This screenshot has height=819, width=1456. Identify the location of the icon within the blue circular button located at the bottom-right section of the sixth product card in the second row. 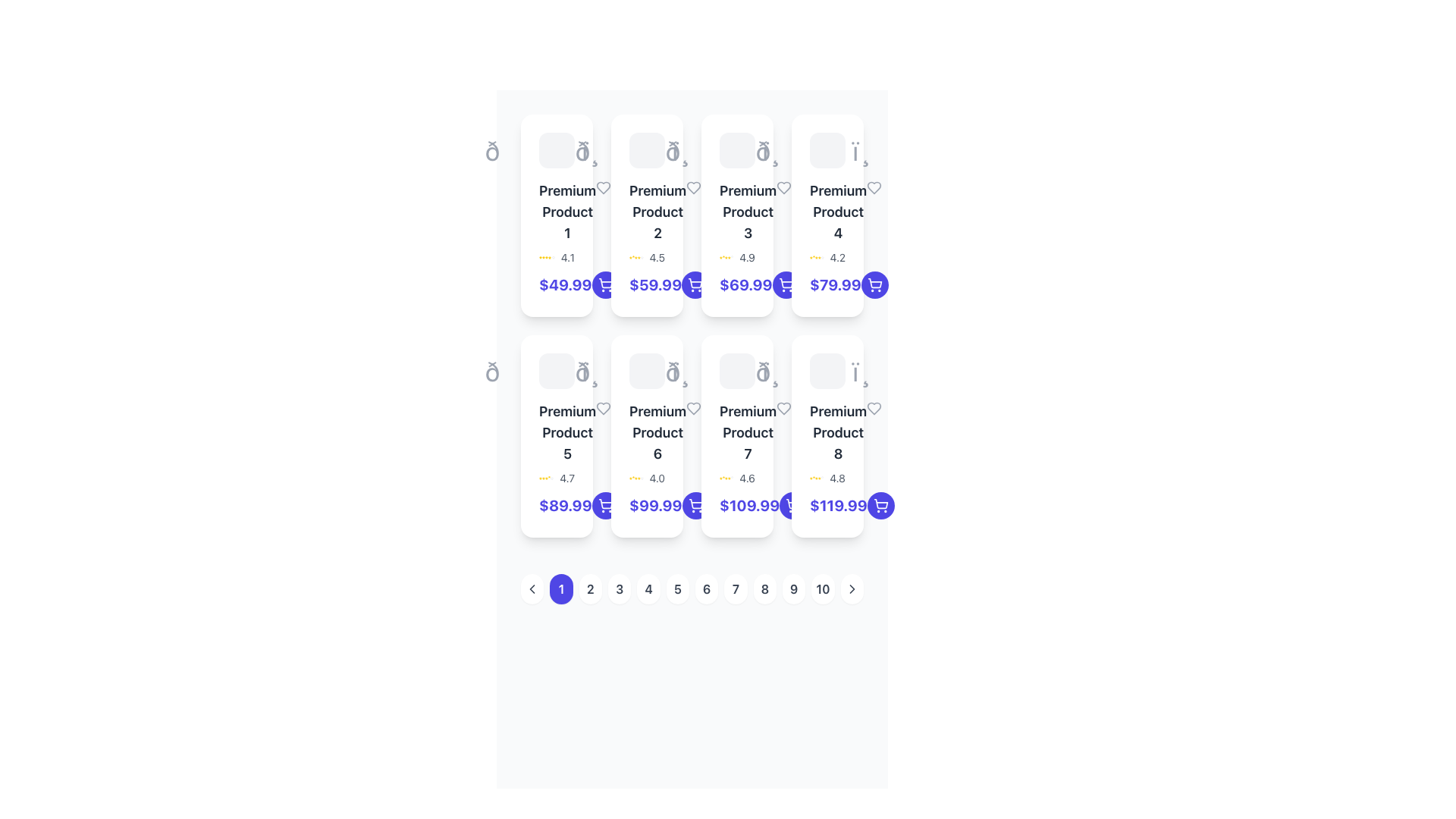
(695, 506).